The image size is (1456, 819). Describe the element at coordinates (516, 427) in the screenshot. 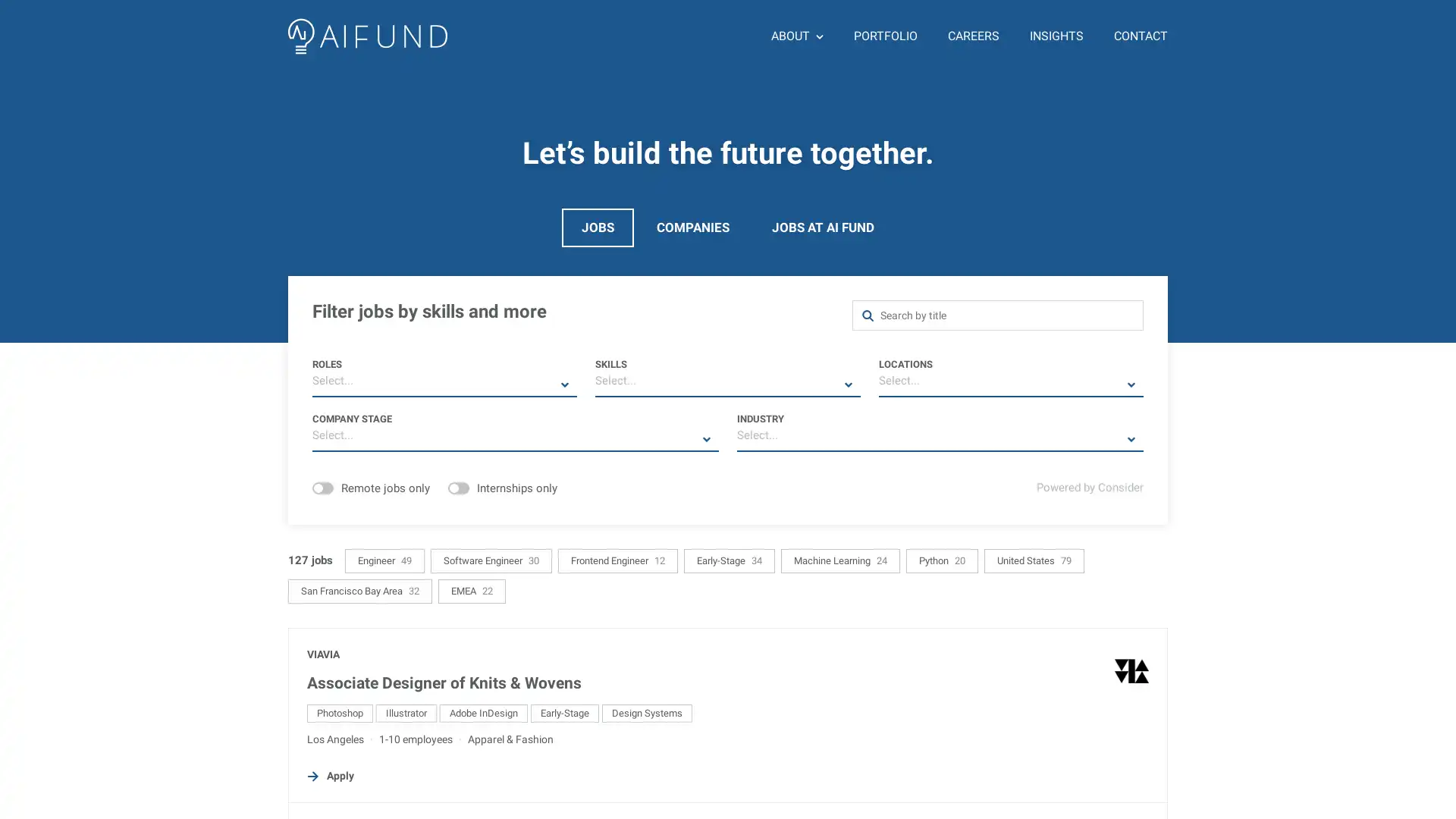

I see `COMPANY STAGE Select...` at that location.